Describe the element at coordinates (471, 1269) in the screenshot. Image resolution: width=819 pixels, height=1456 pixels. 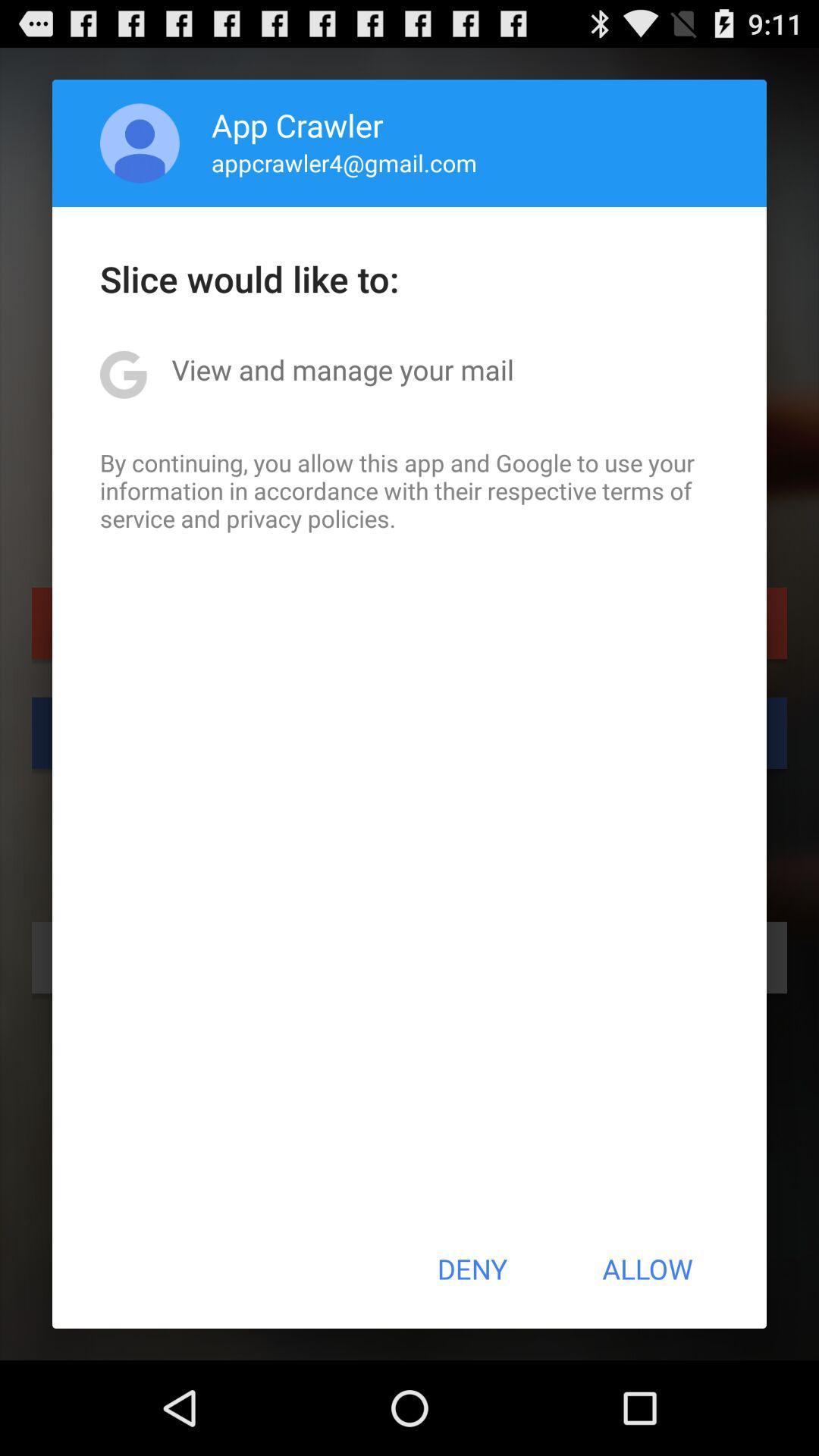
I see `deny at the bottom` at that location.